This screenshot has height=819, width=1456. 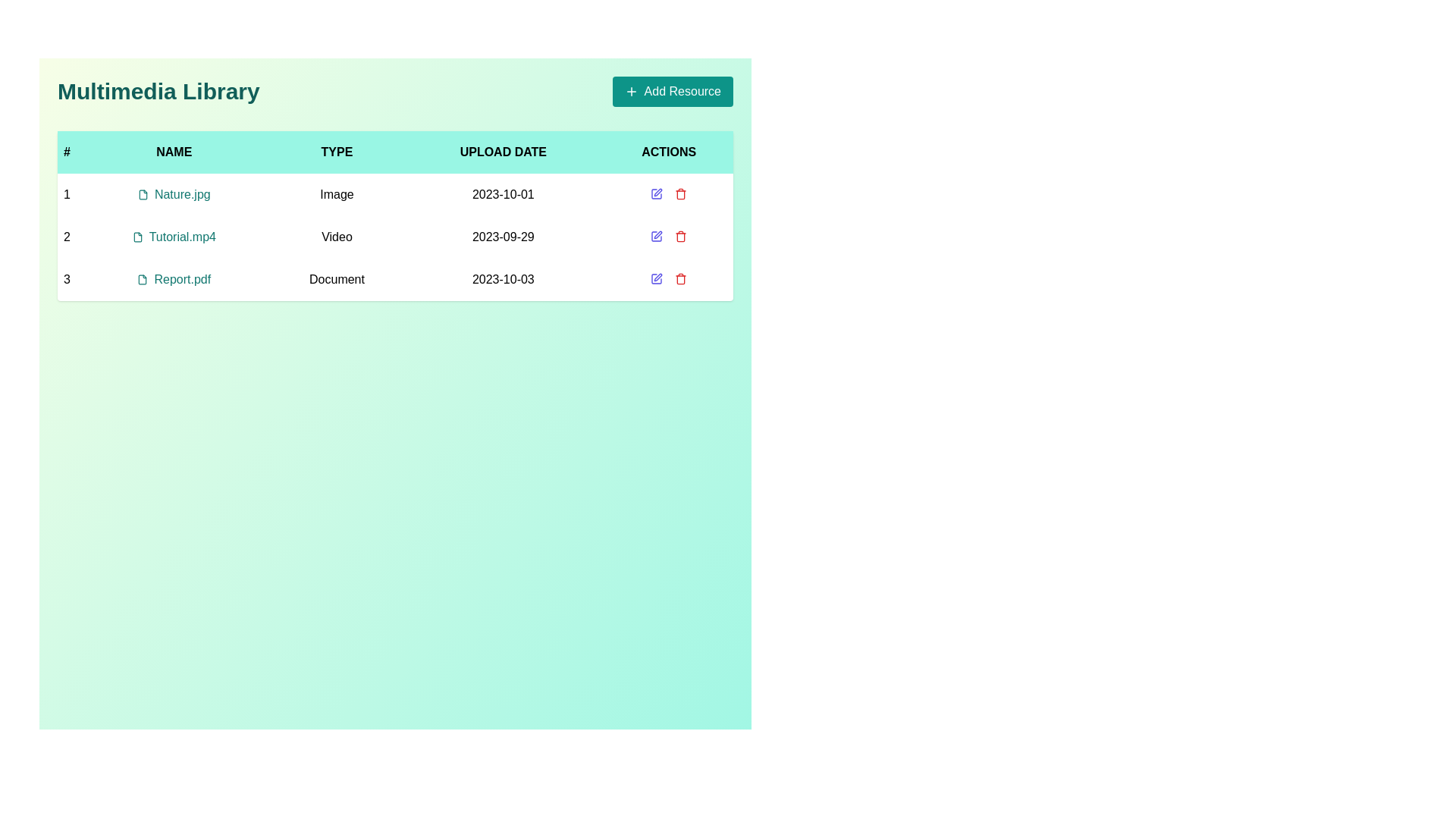 I want to click on the text label displaying 'Report.pdf' in teal color, located in the third row under the 'NAME' column of the table, so click(x=174, y=280).